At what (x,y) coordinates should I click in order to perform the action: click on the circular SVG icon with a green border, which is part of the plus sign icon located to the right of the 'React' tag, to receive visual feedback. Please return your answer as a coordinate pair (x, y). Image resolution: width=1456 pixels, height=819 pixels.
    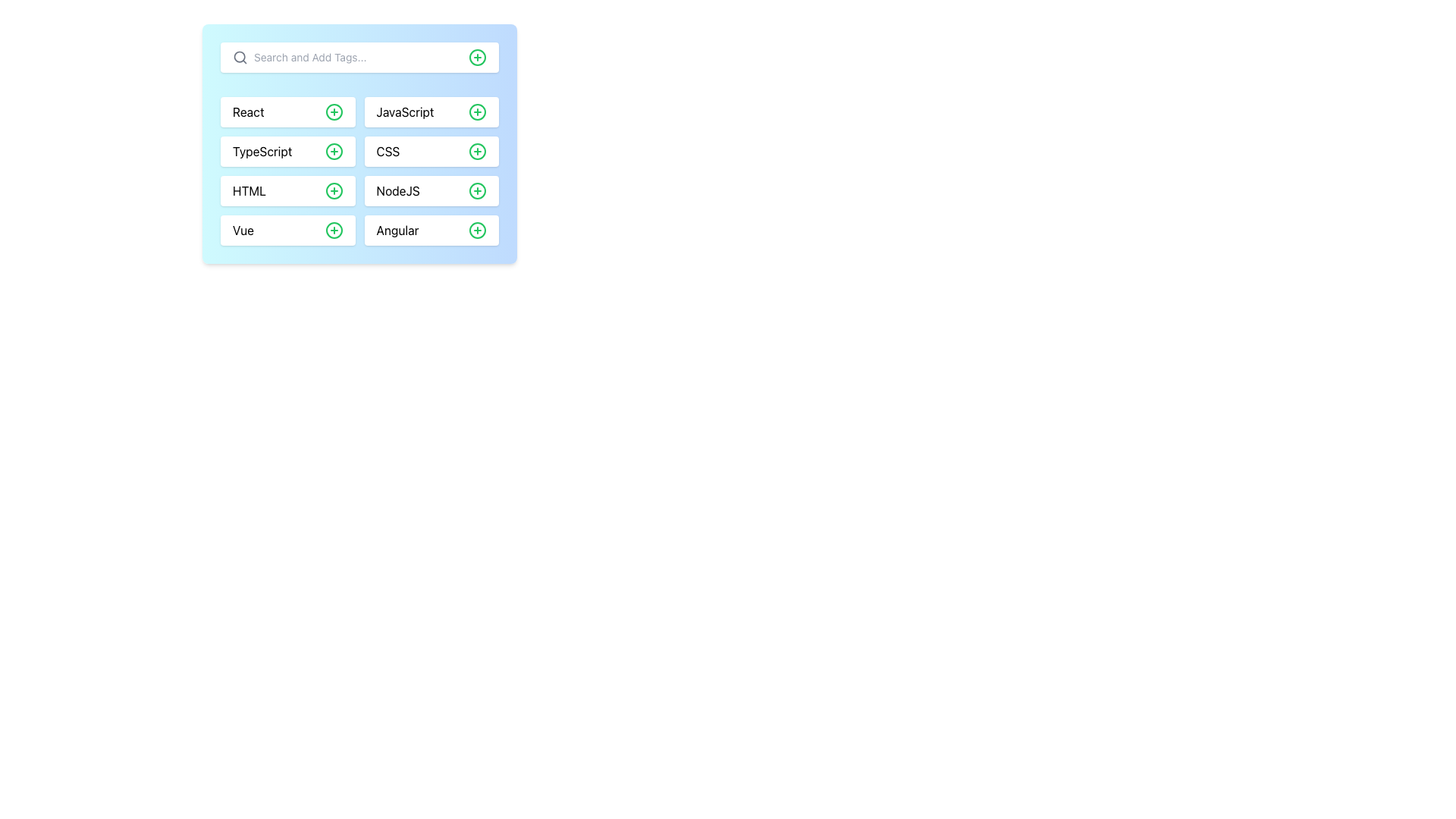
    Looking at the image, I should click on (333, 111).